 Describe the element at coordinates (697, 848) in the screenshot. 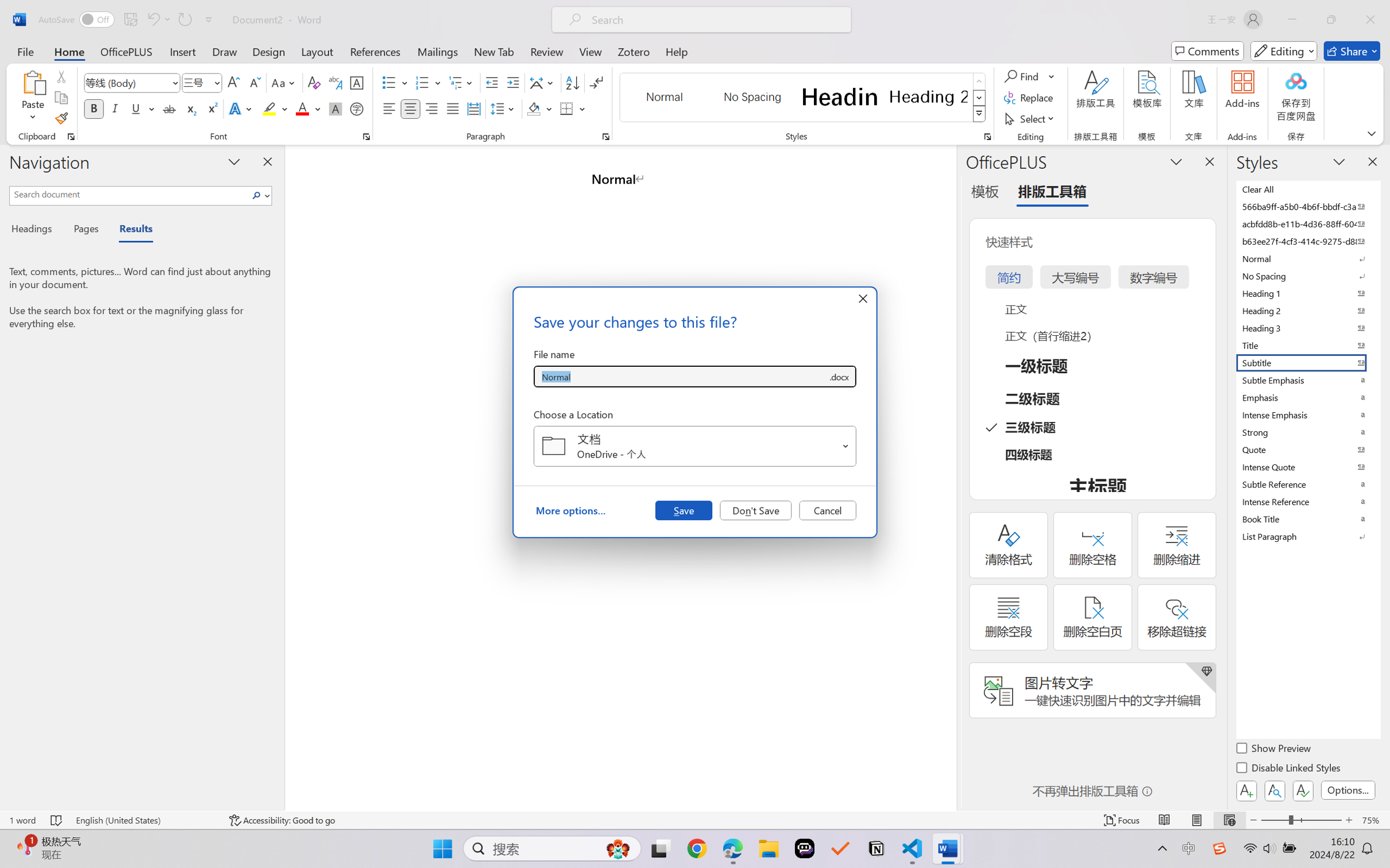

I see `'Google Chrome'` at that location.